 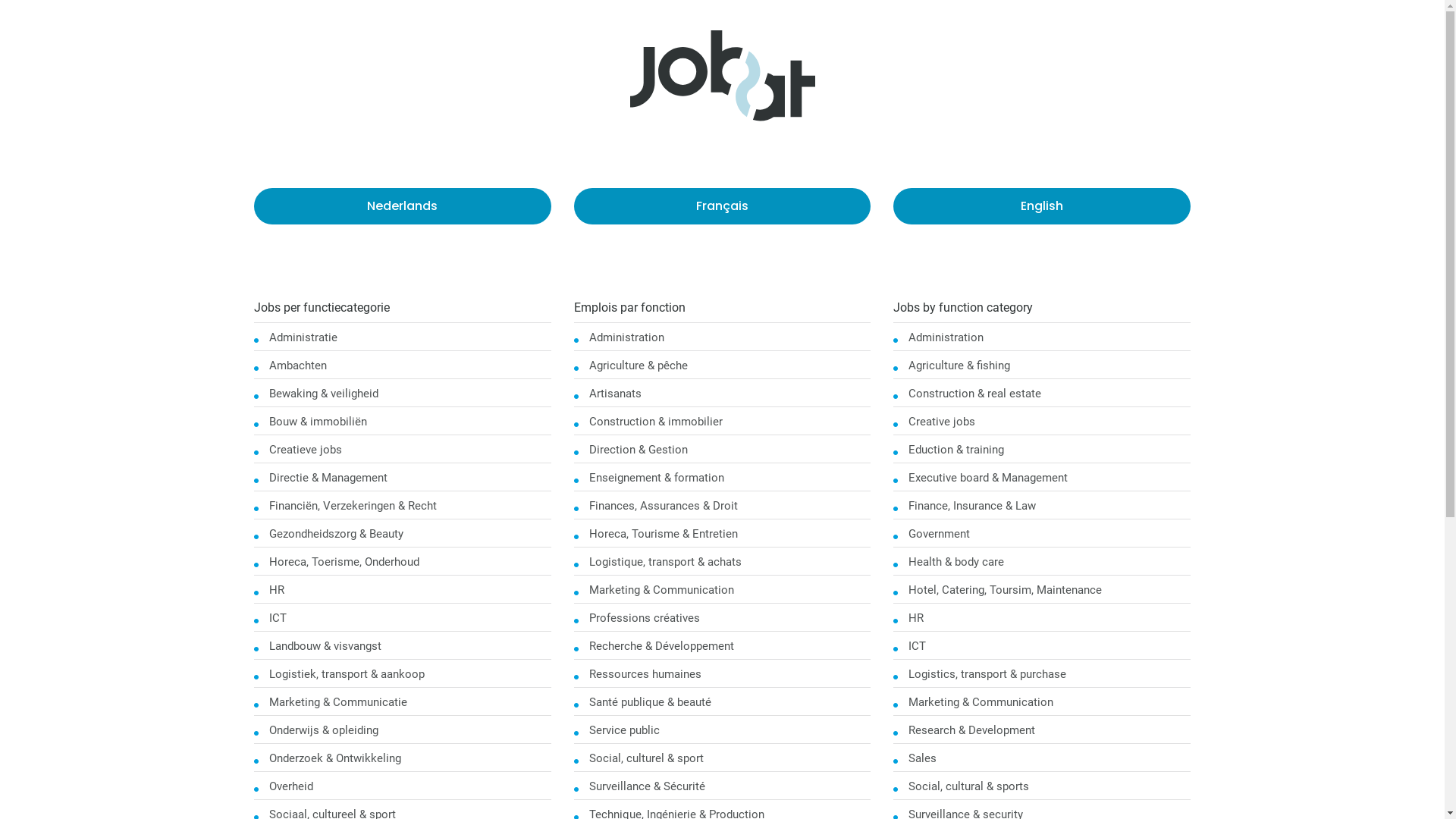 What do you see at coordinates (403, 206) in the screenshot?
I see `'Nederlands'` at bounding box center [403, 206].